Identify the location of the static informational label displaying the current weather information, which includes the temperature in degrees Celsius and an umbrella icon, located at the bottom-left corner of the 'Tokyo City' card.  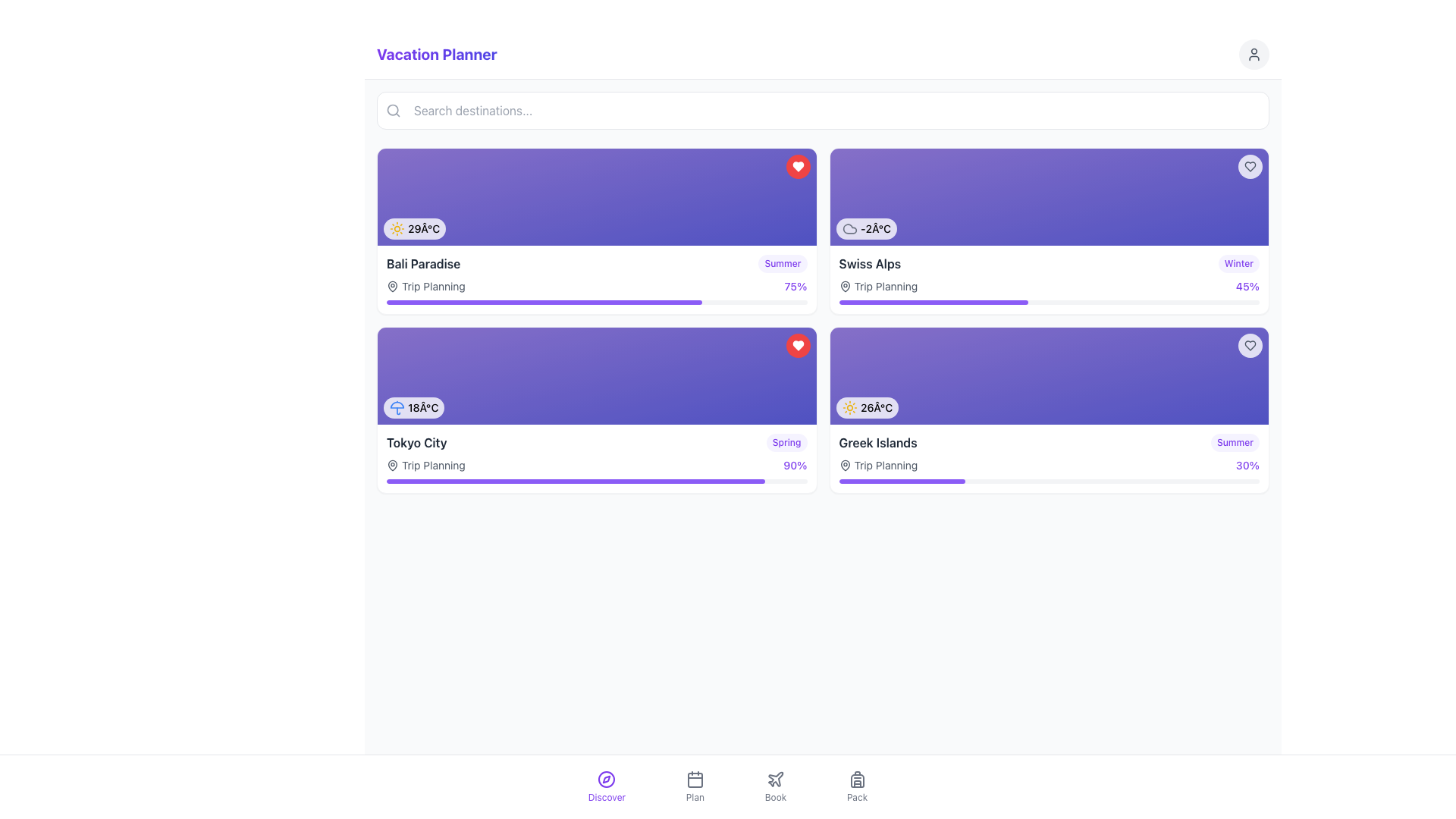
(414, 406).